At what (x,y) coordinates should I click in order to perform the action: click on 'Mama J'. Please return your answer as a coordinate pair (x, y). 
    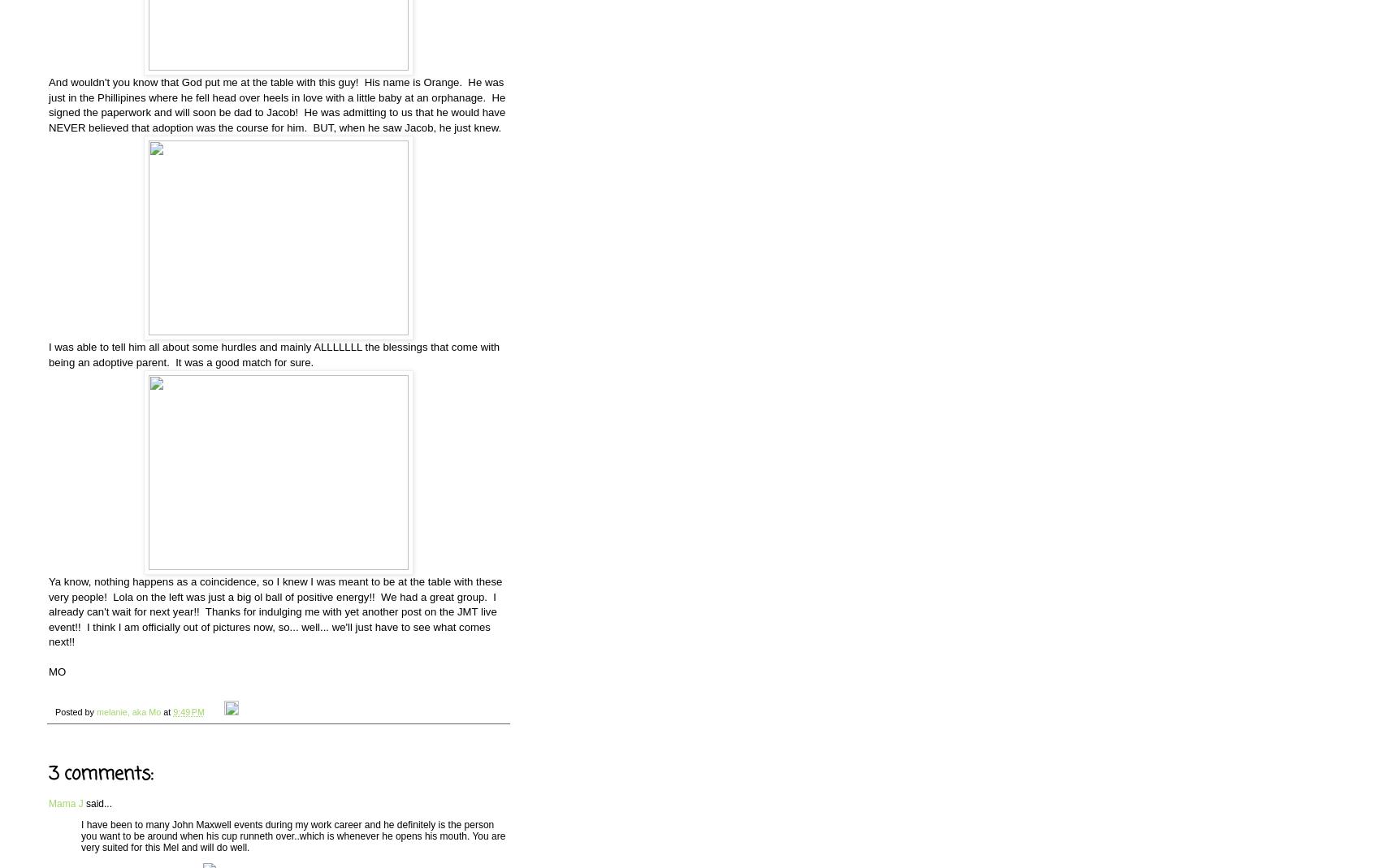
    Looking at the image, I should click on (65, 803).